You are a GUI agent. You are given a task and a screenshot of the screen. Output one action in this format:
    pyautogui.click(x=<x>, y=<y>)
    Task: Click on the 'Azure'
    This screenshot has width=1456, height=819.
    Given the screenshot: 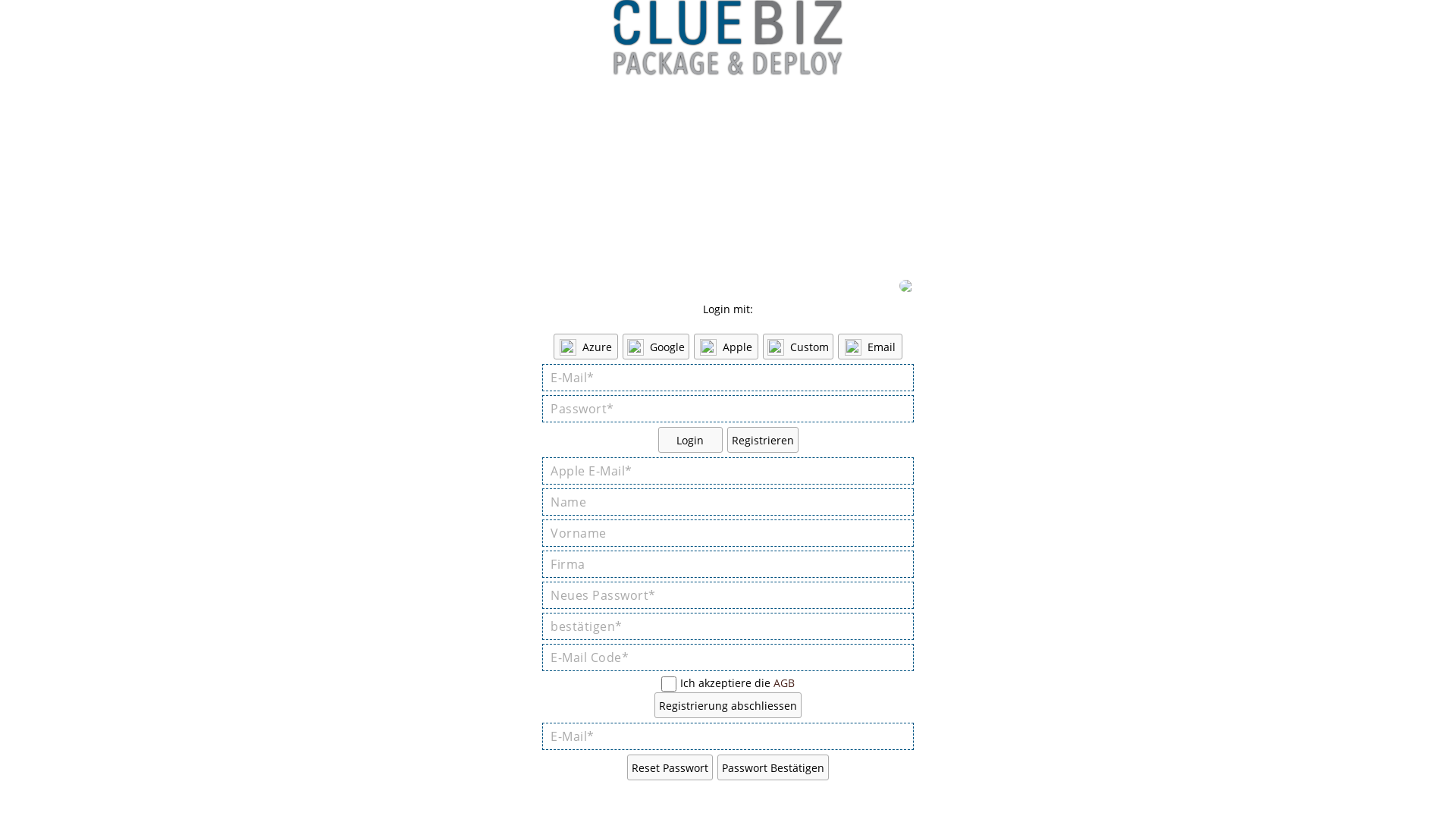 What is the action you would take?
    pyautogui.click(x=585, y=346)
    